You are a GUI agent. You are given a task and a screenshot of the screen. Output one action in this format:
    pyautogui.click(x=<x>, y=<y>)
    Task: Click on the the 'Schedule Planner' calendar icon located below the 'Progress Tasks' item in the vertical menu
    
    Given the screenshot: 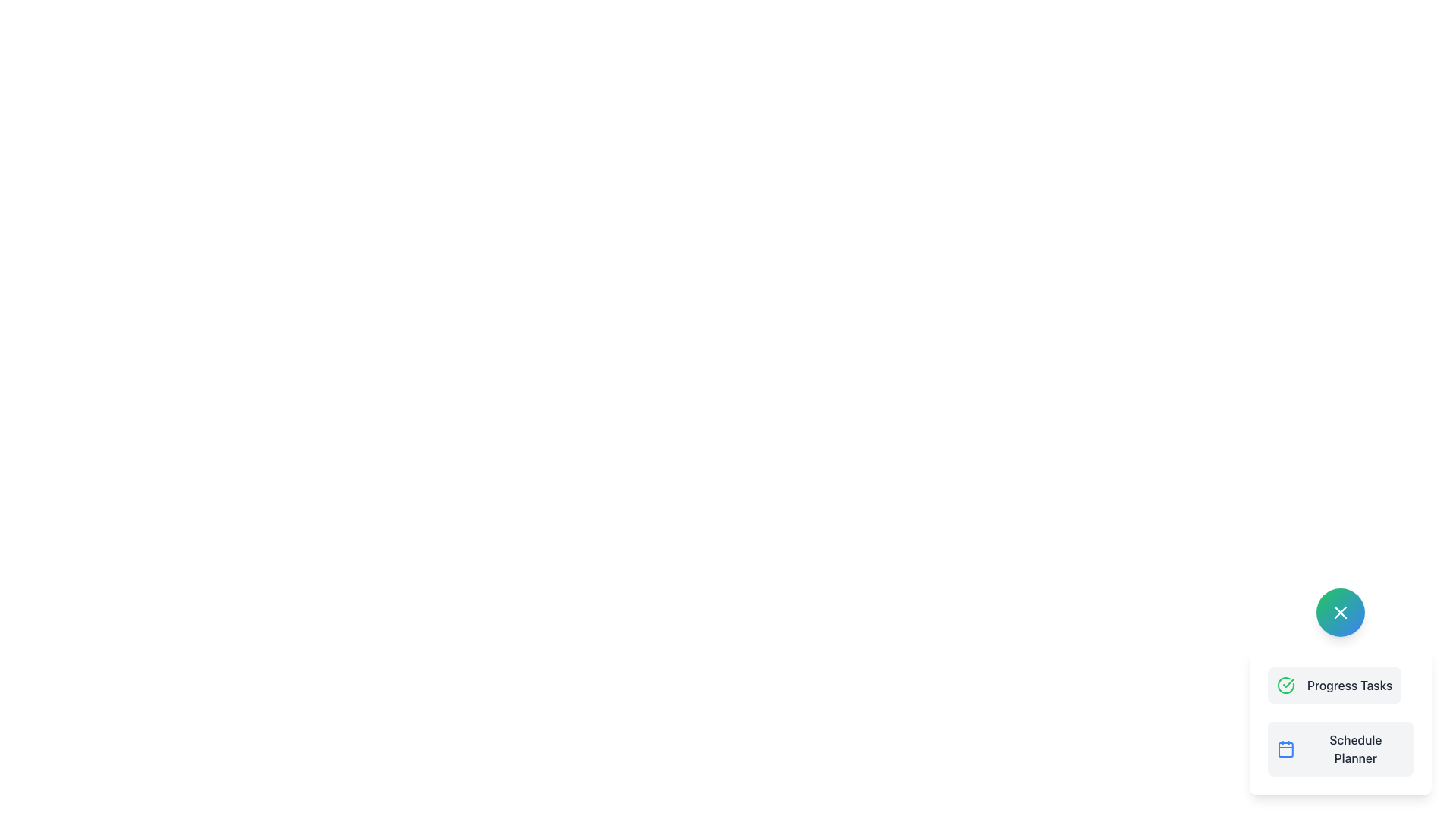 What is the action you would take?
    pyautogui.click(x=1285, y=748)
    